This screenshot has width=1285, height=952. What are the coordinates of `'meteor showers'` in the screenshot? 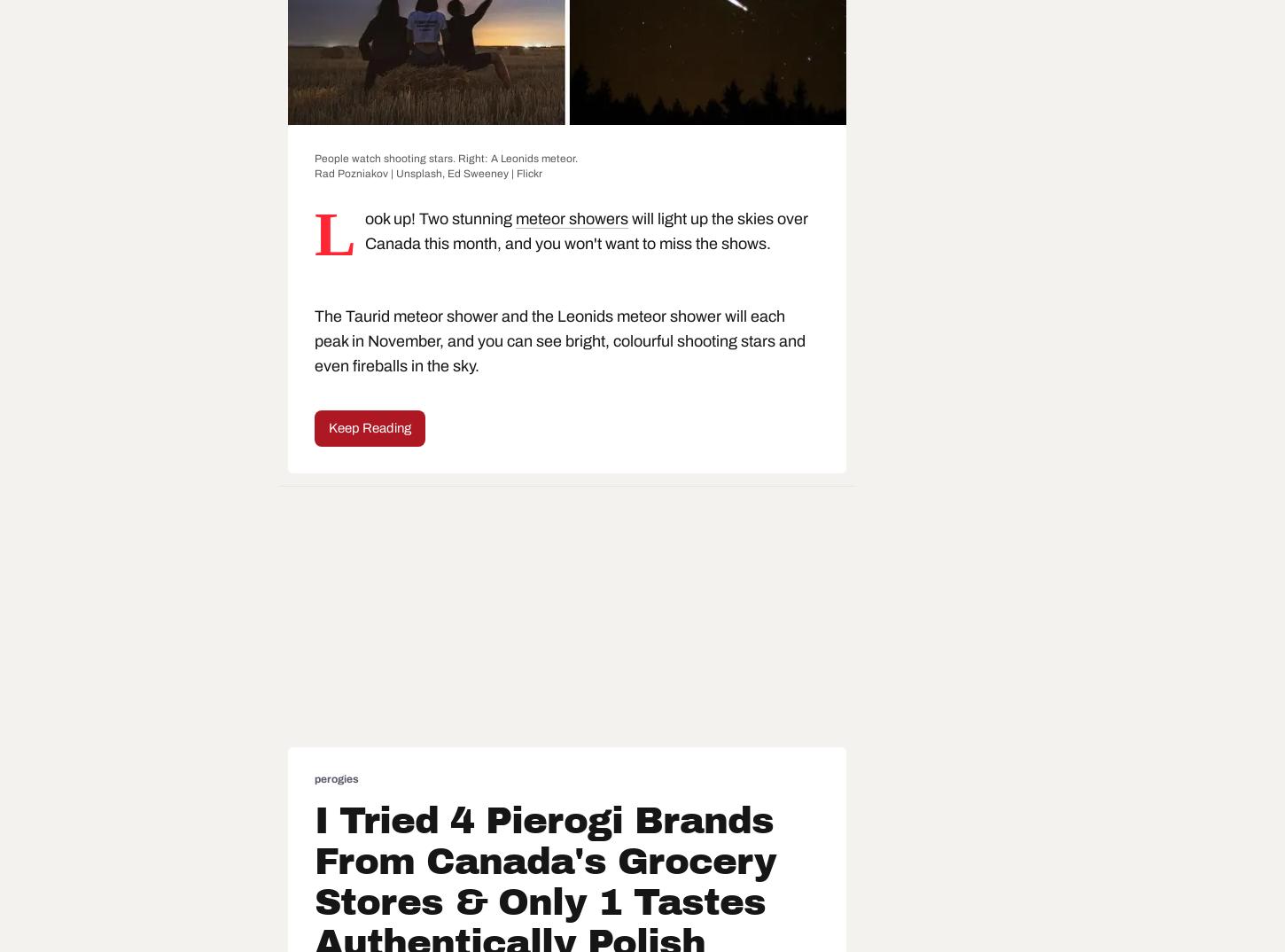 It's located at (515, 217).